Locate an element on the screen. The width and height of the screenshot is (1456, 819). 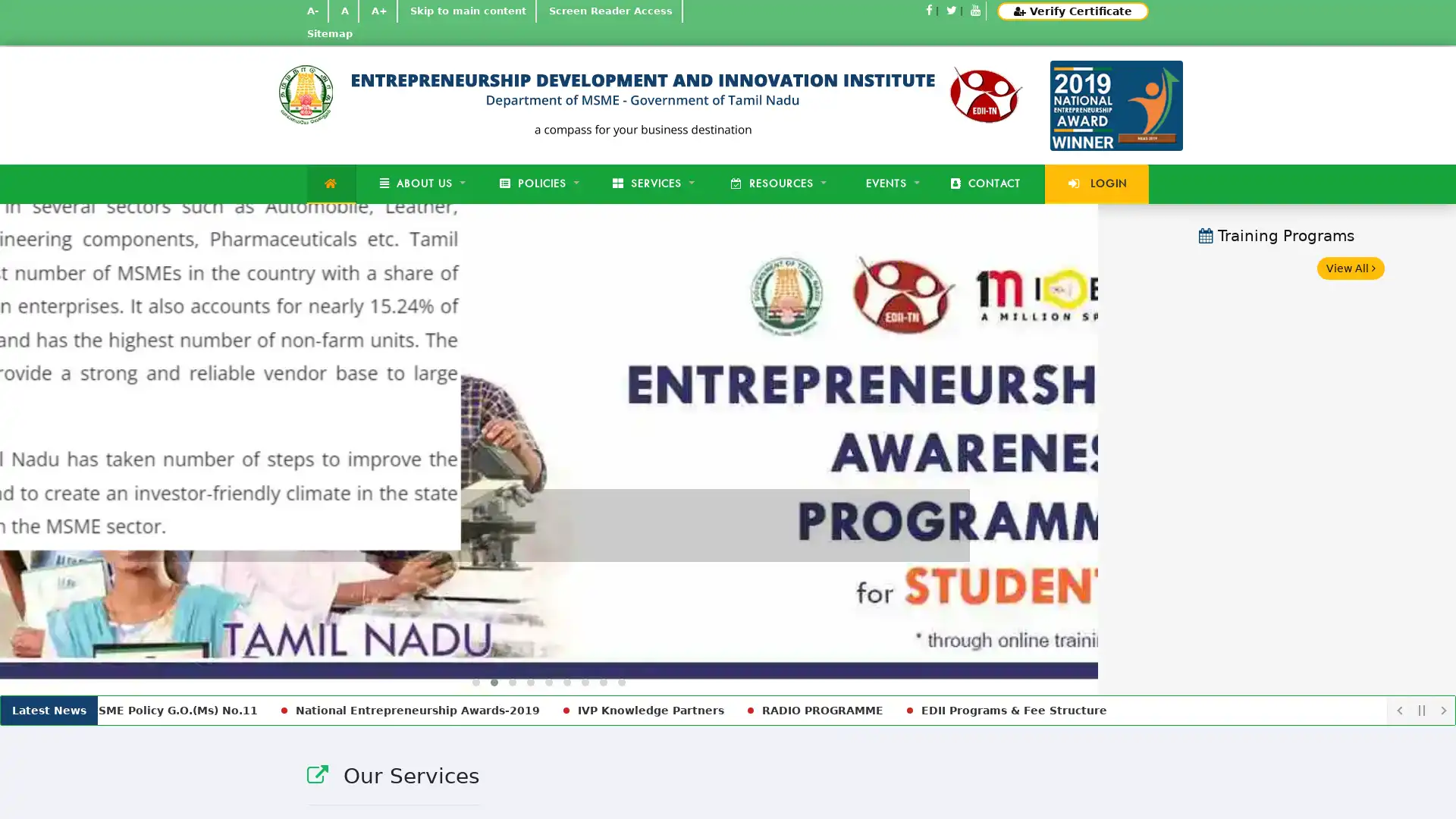
Next is located at coordinates (1065, 433).